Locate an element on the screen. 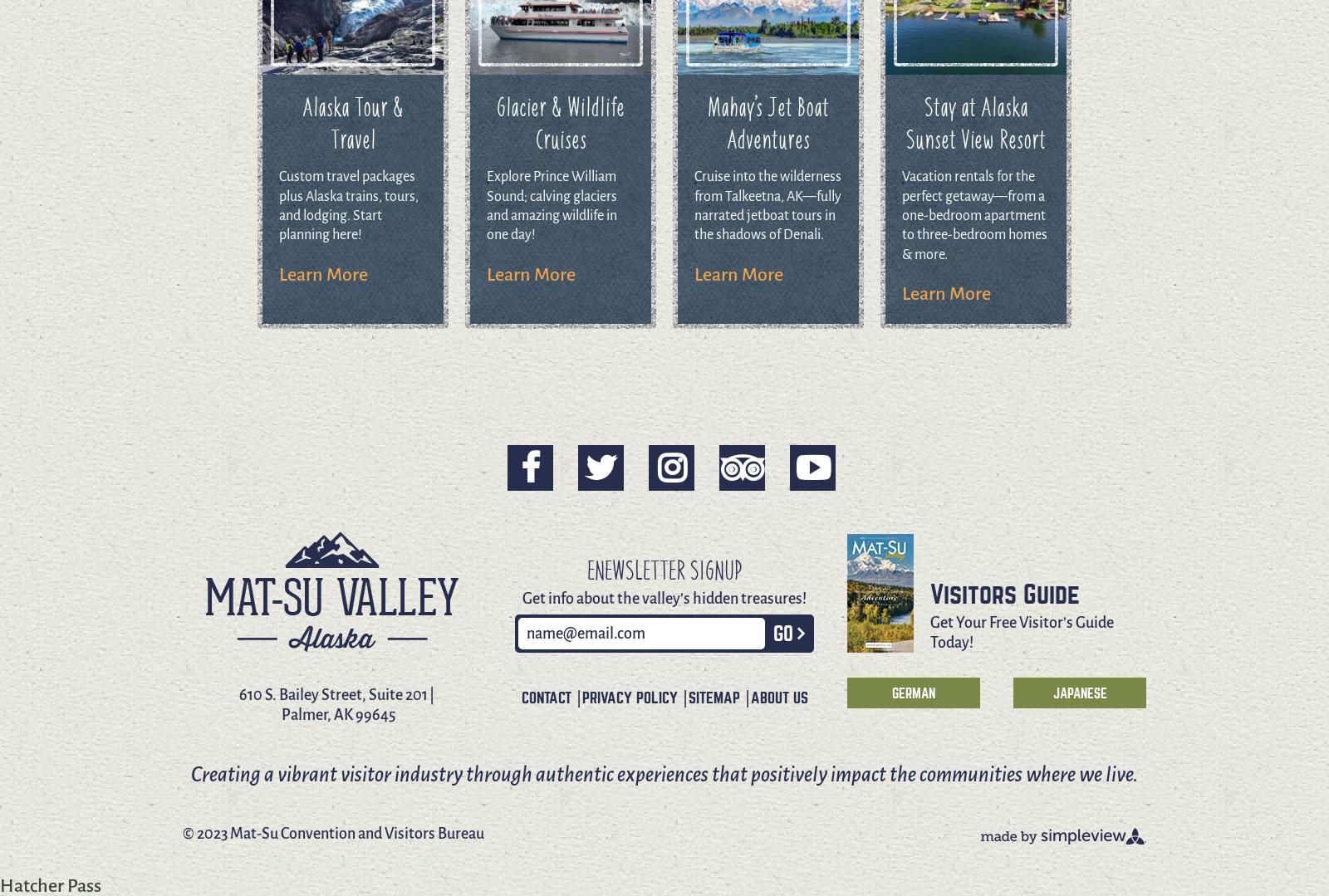  'Creating a vibrant visitor industry through authentic experiences that positively impact the communities where we live.' is located at coordinates (664, 774).